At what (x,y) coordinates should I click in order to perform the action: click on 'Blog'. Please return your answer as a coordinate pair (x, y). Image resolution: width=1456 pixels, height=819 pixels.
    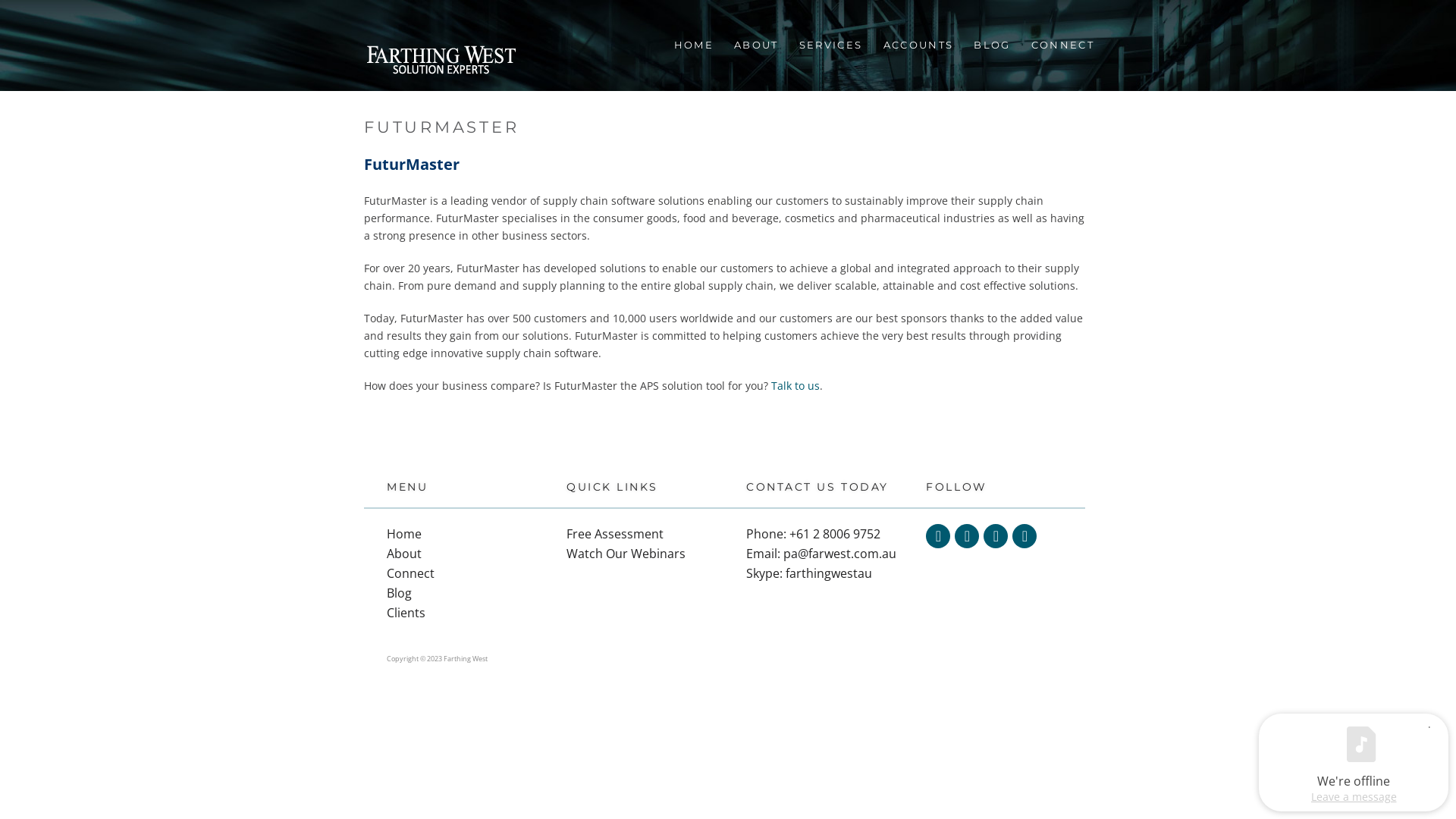
    Looking at the image, I should click on (399, 592).